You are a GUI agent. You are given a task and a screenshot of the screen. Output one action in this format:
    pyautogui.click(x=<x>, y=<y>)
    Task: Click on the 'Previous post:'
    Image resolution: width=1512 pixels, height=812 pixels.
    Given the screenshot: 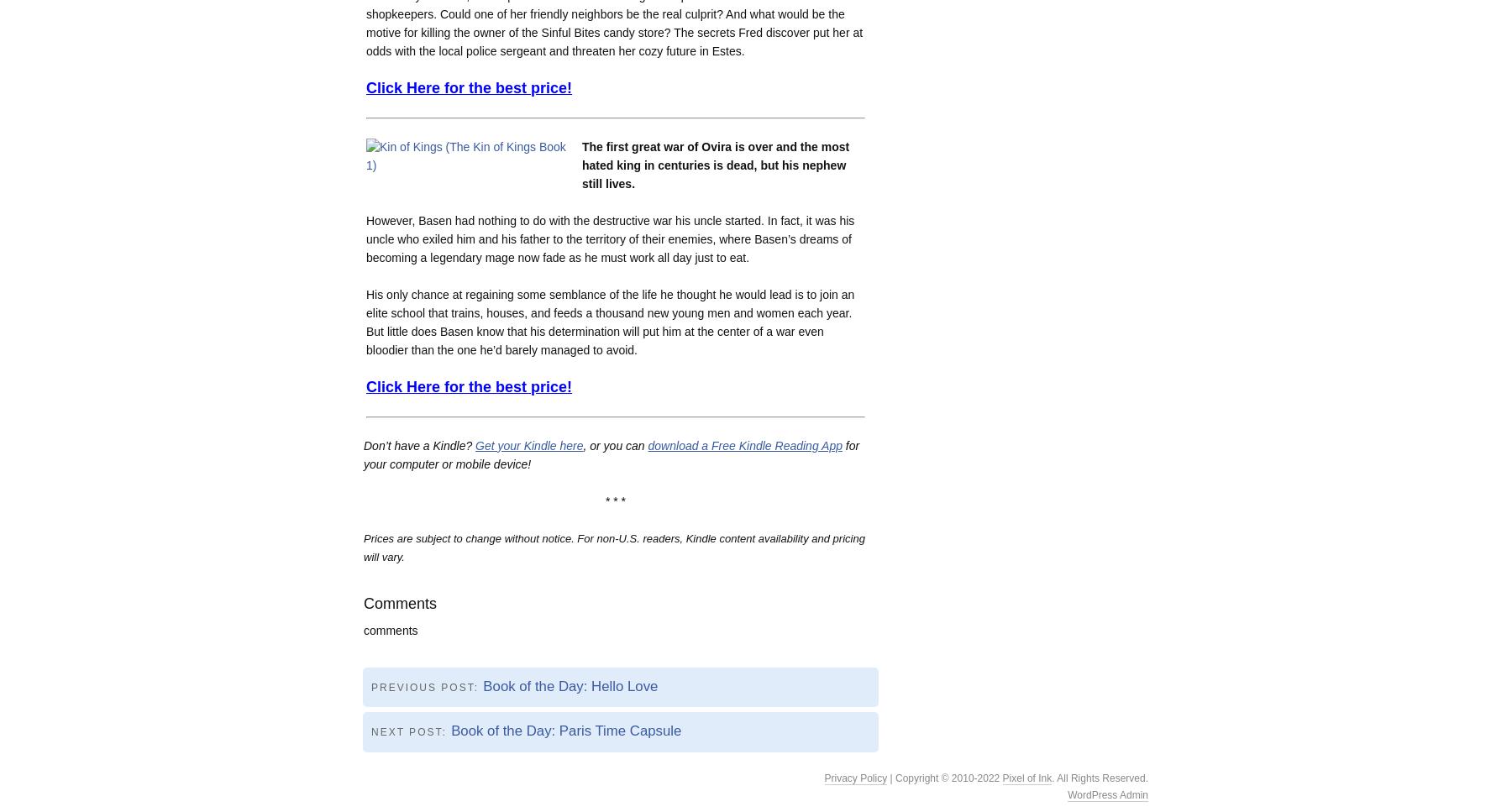 What is the action you would take?
    pyautogui.click(x=426, y=685)
    